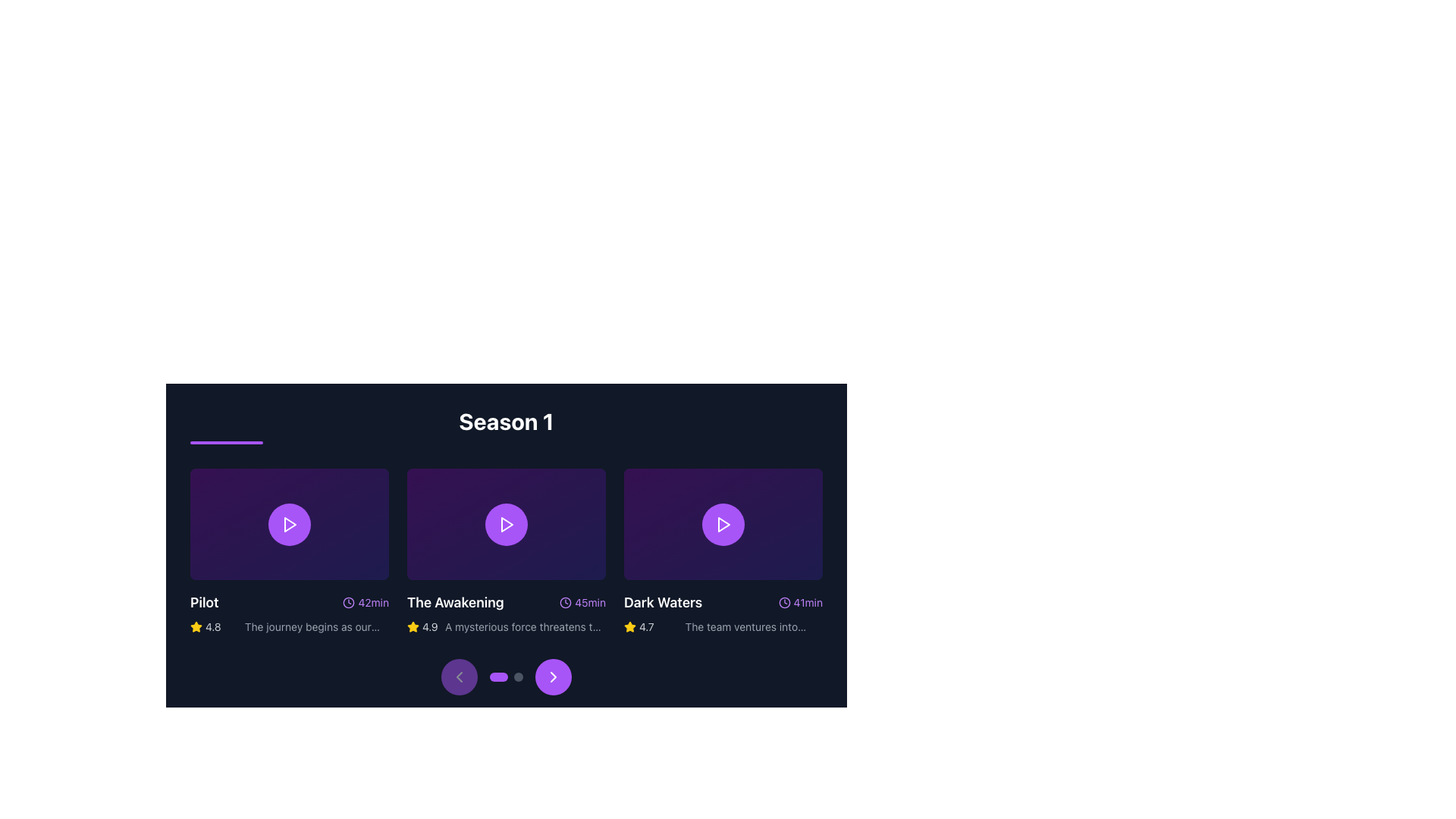  Describe the element at coordinates (290, 551) in the screenshot. I see `the purple circular play button icon located at the center of the media item titled 'Pilot'` at that location.